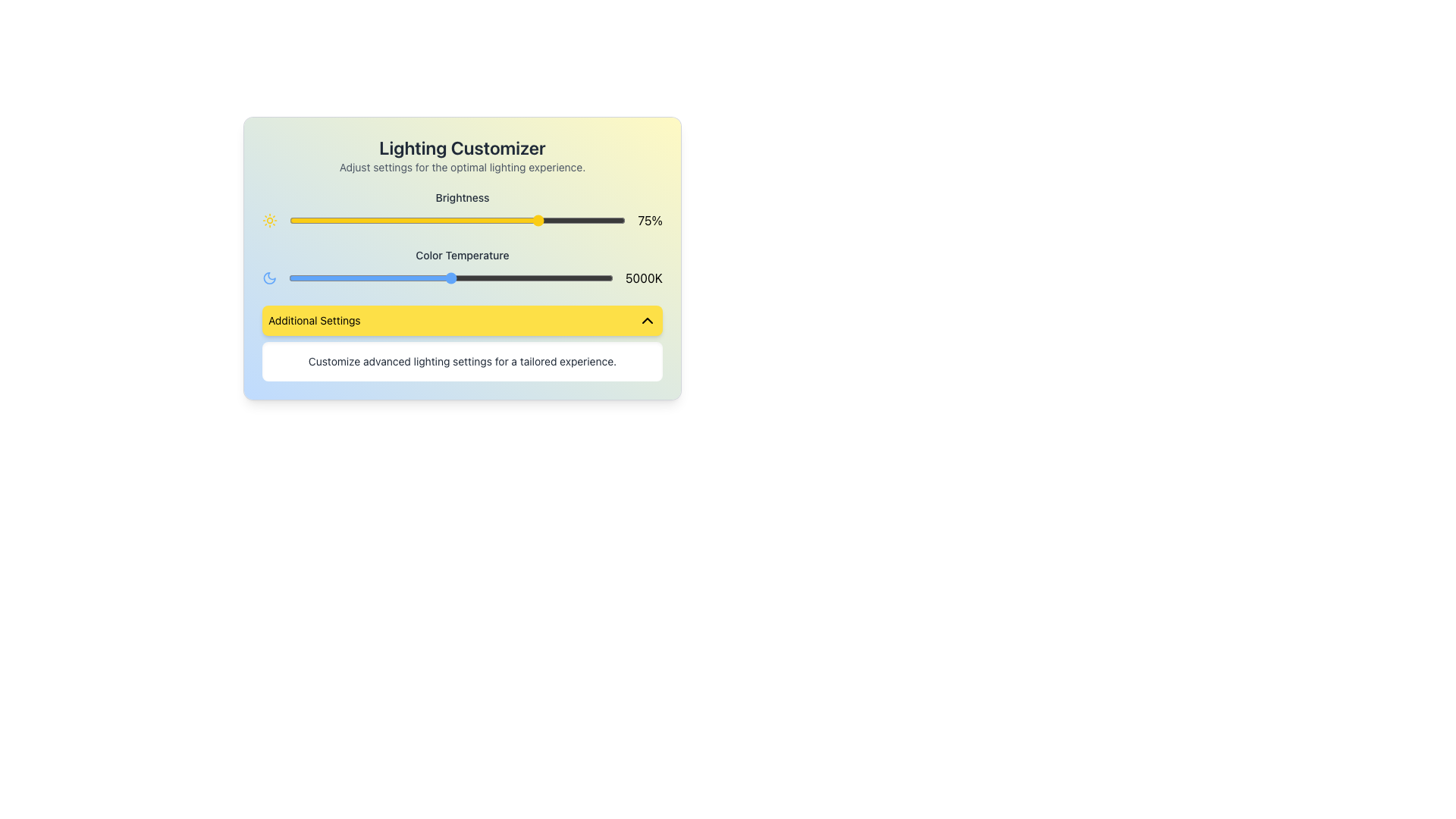 The width and height of the screenshot is (1456, 819). What do you see at coordinates (332, 278) in the screenshot?
I see `the color temperature` at bounding box center [332, 278].